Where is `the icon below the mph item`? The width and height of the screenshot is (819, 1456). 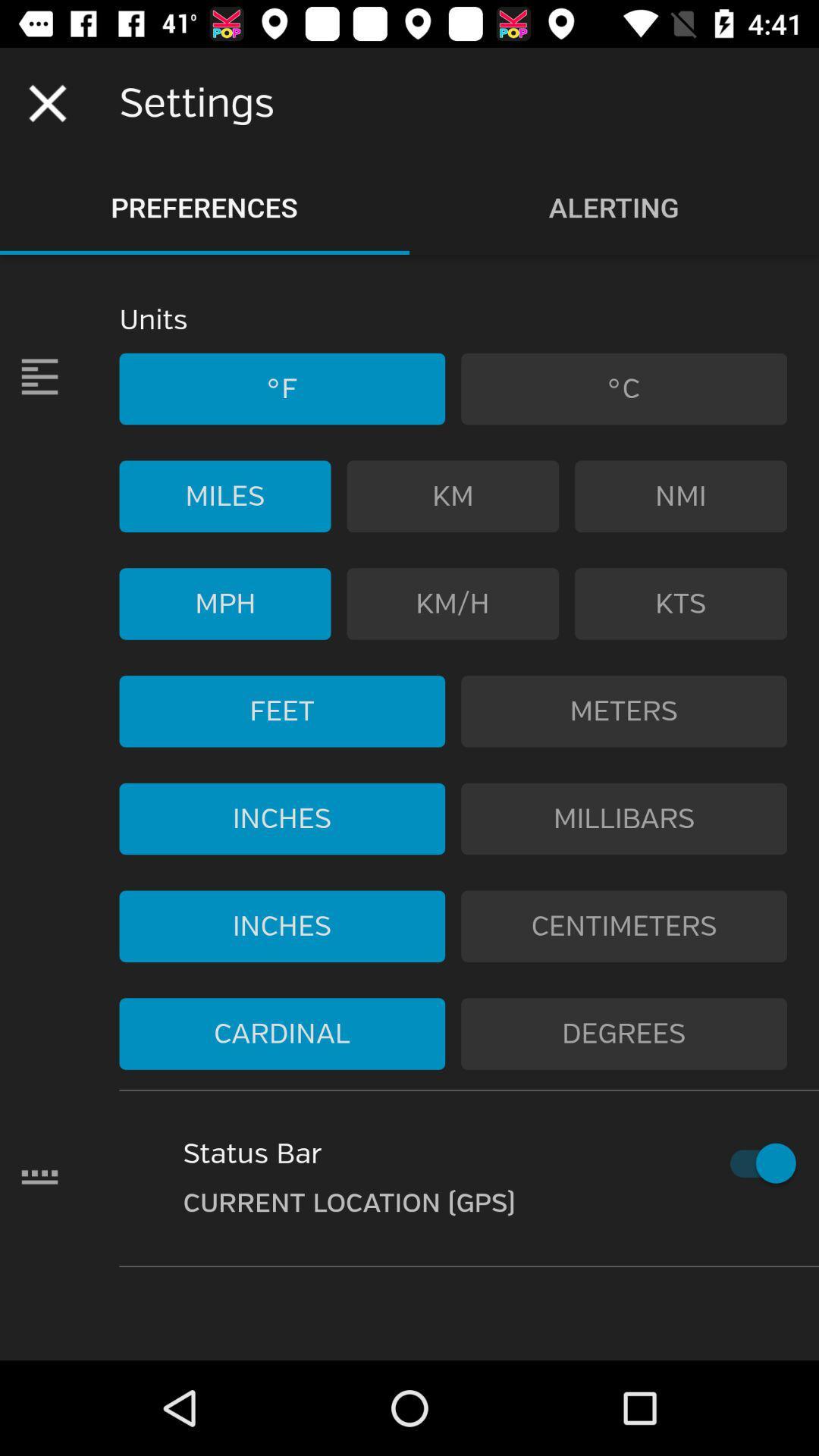
the icon below the mph item is located at coordinates (282, 711).